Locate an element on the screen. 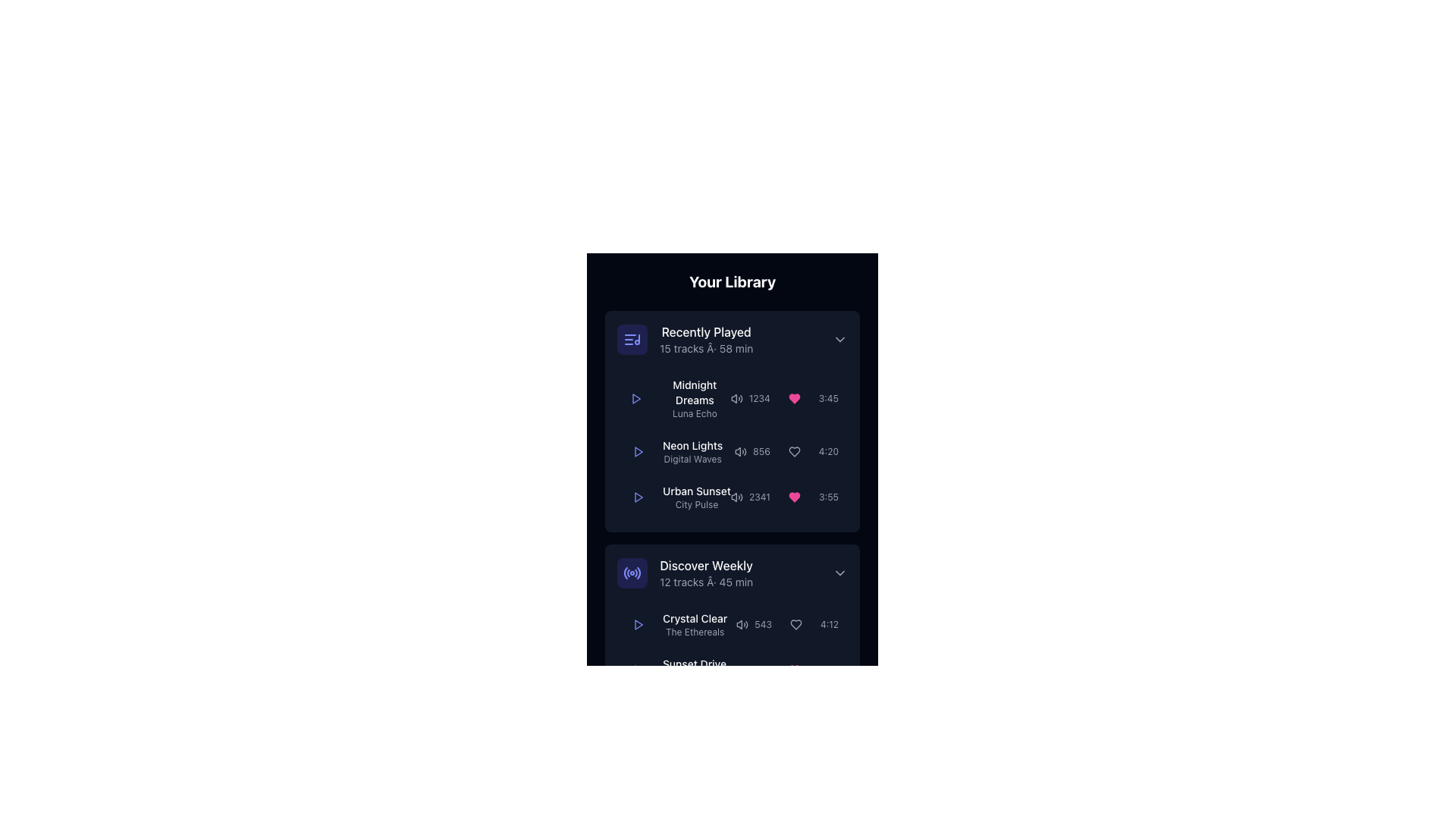 The height and width of the screenshot is (819, 1456). the volume control icon, which is a small gray SVG graphic featuring a speaker and sound waves, located beneath the 'Recently Played' section is located at coordinates (736, 669).